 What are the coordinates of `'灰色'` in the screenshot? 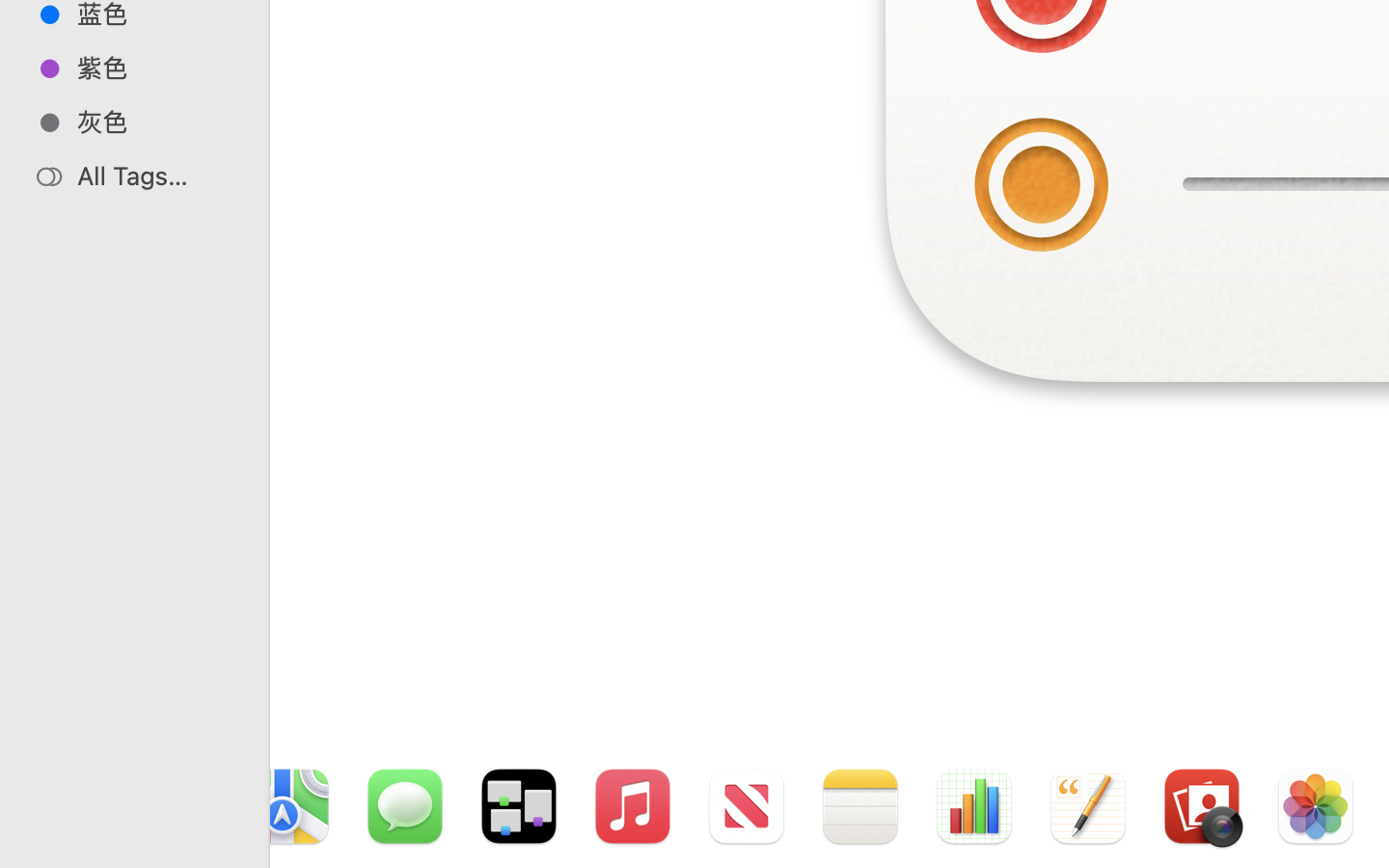 It's located at (153, 122).